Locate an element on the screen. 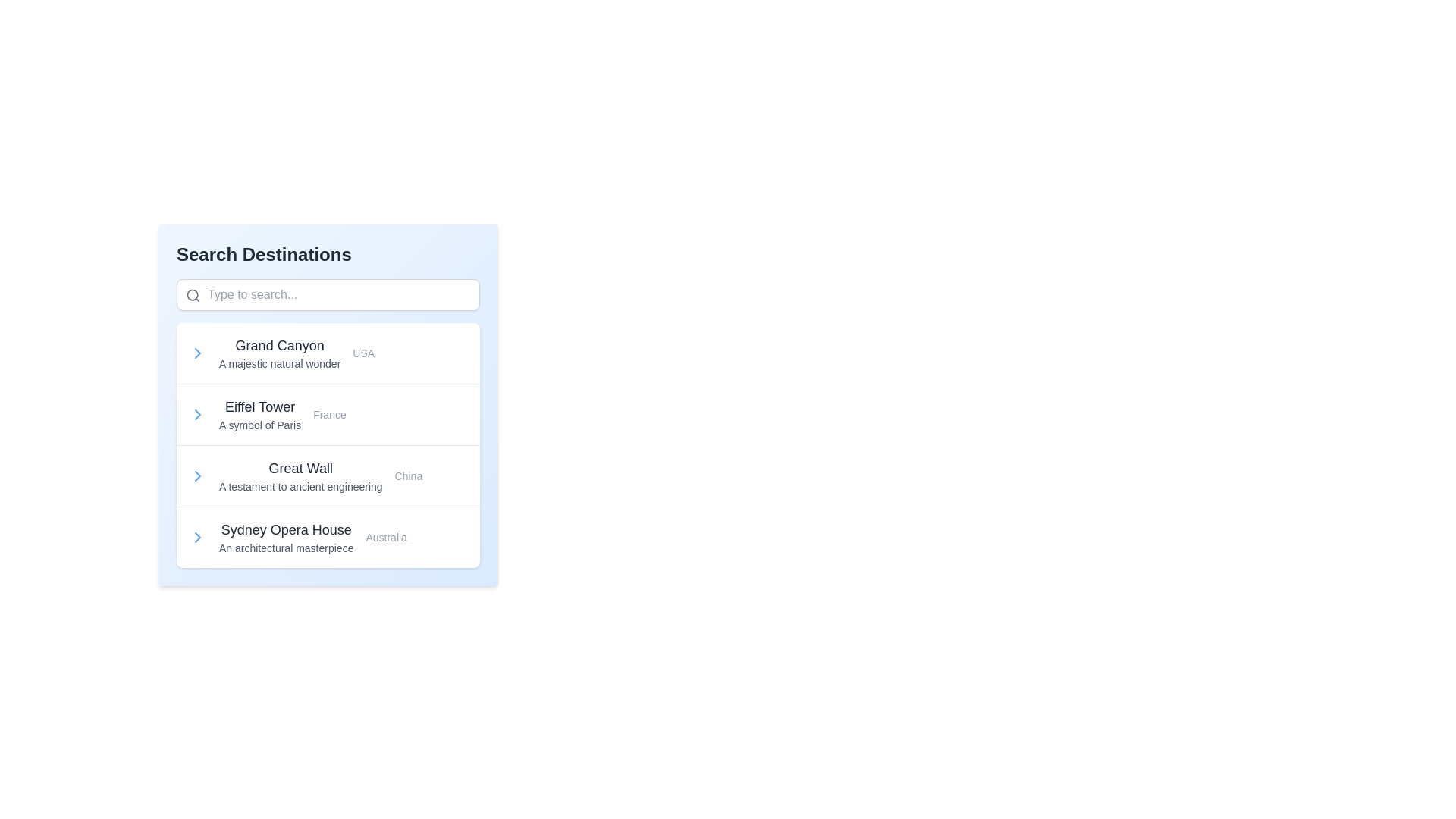 The image size is (1456, 819). the text display for the 'Great Wall', the third entry in the list of destinations is located at coordinates (300, 475).